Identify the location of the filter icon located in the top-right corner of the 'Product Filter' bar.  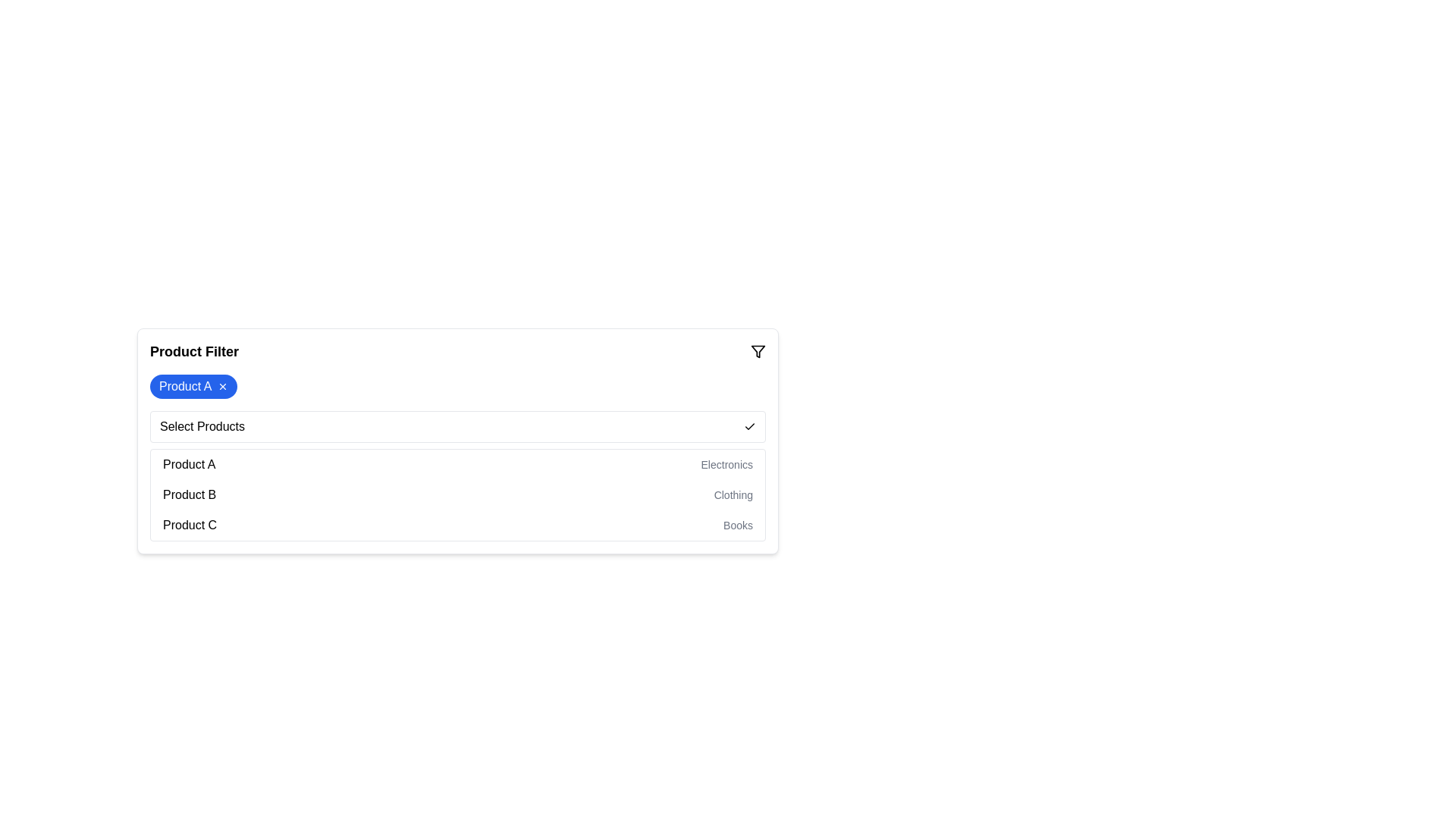
(758, 351).